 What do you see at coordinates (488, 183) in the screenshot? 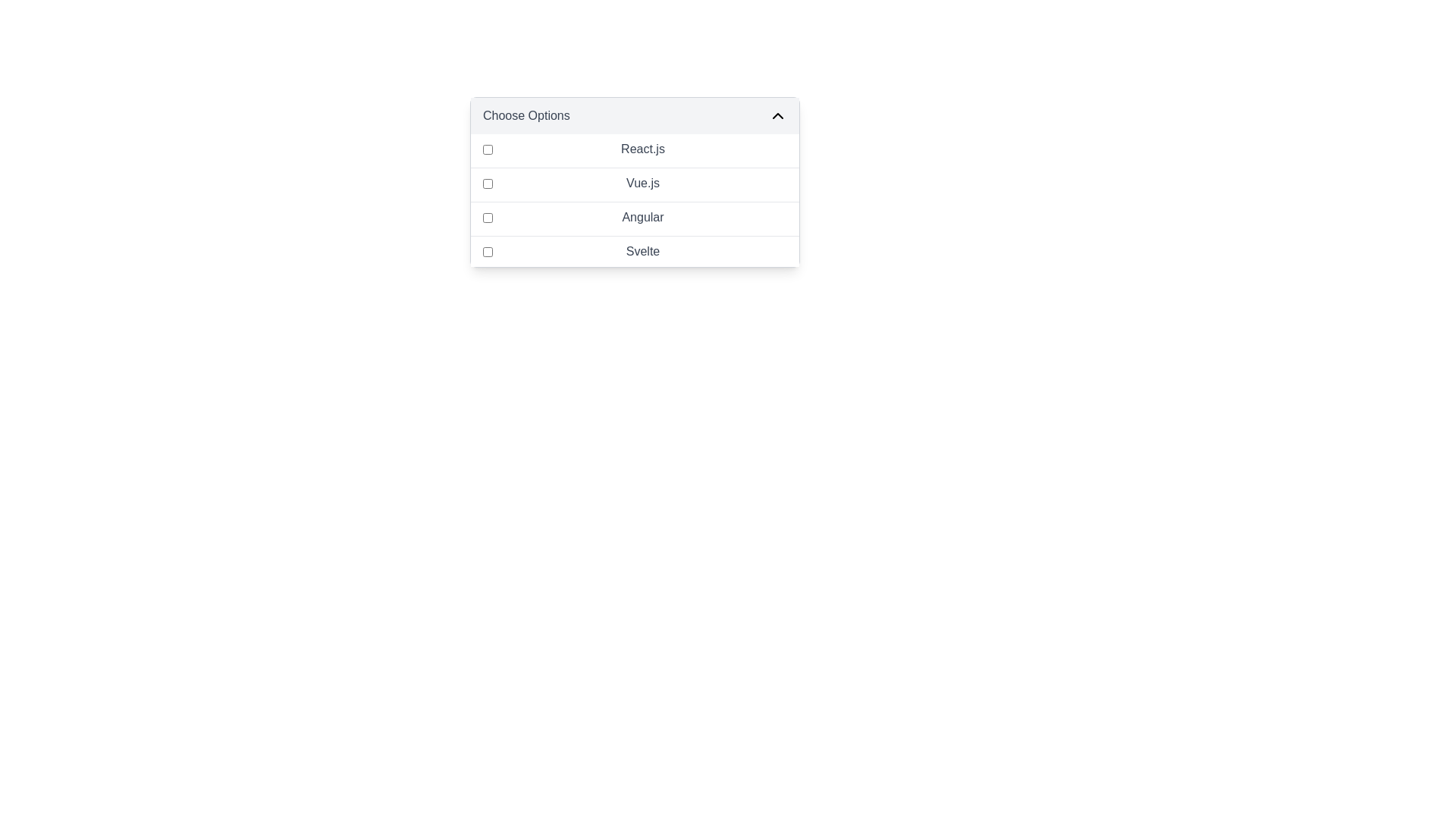
I see `the checkbox located to the left of the text 'Vue.js' in the second row of the dropdown menu` at bounding box center [488, 183].